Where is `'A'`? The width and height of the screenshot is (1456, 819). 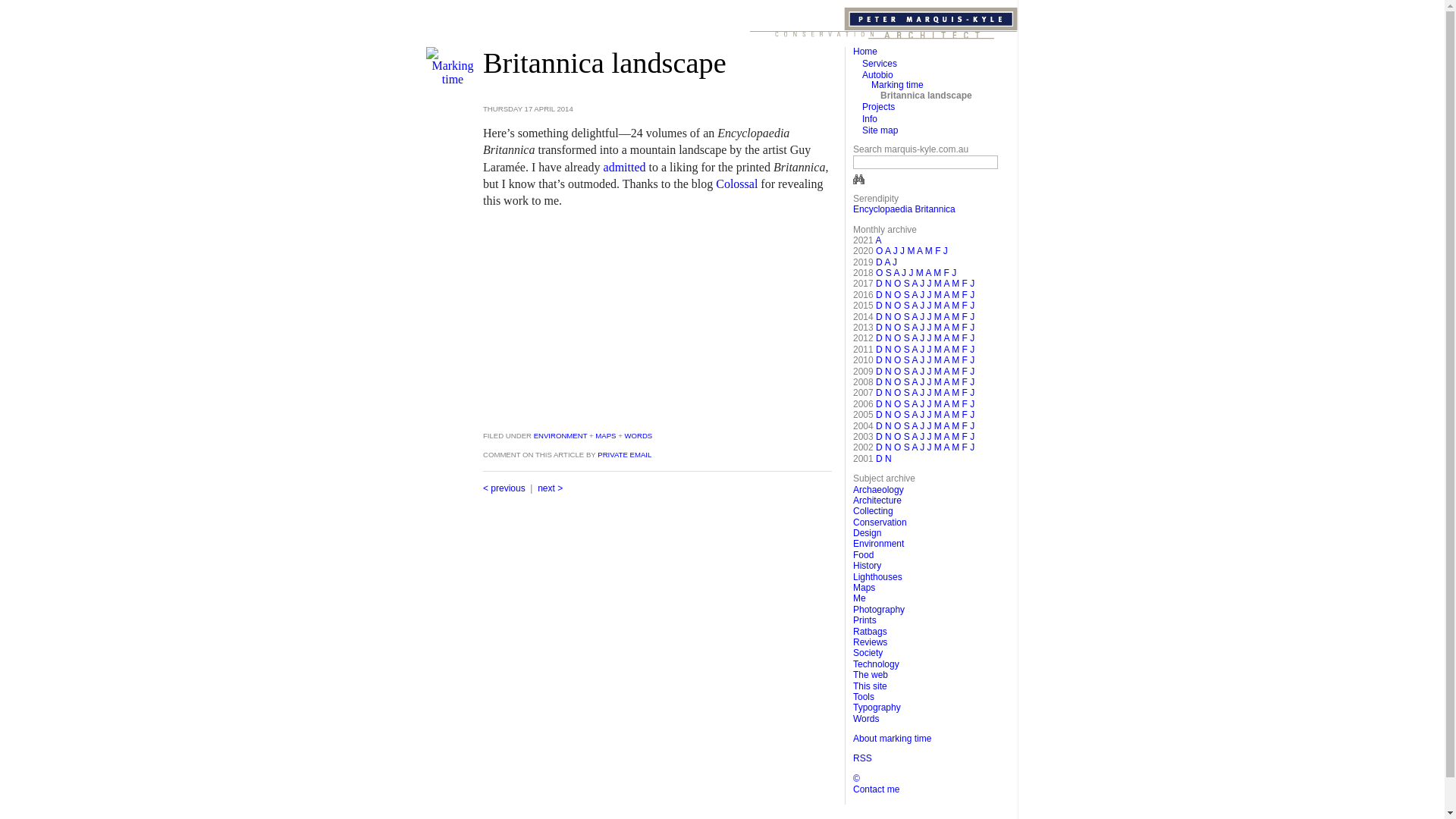
'A' is located at coordinates (918, 250).